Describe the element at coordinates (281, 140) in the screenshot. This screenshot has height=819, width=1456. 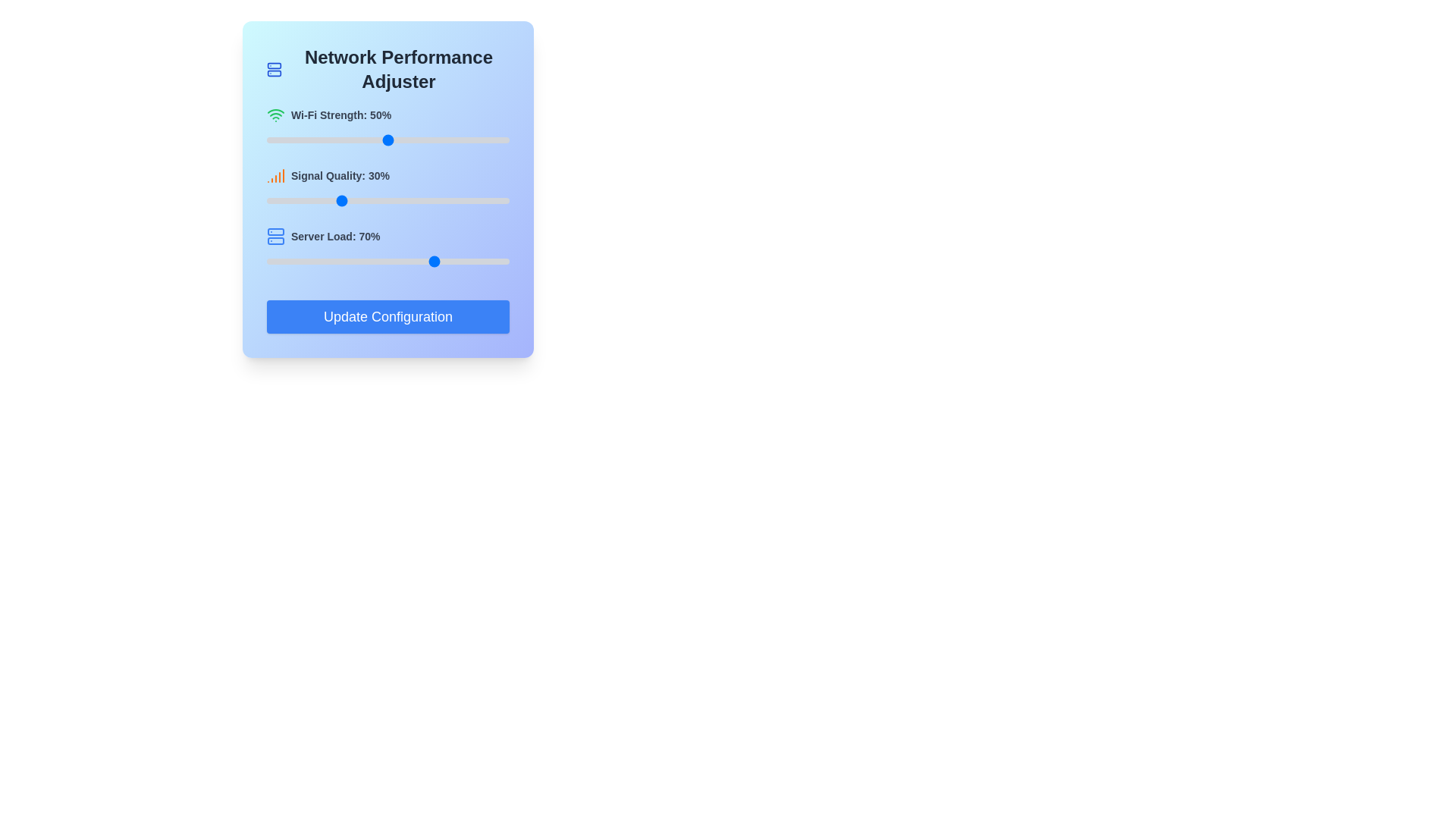
I see `Wi-Fi strength` at that location.